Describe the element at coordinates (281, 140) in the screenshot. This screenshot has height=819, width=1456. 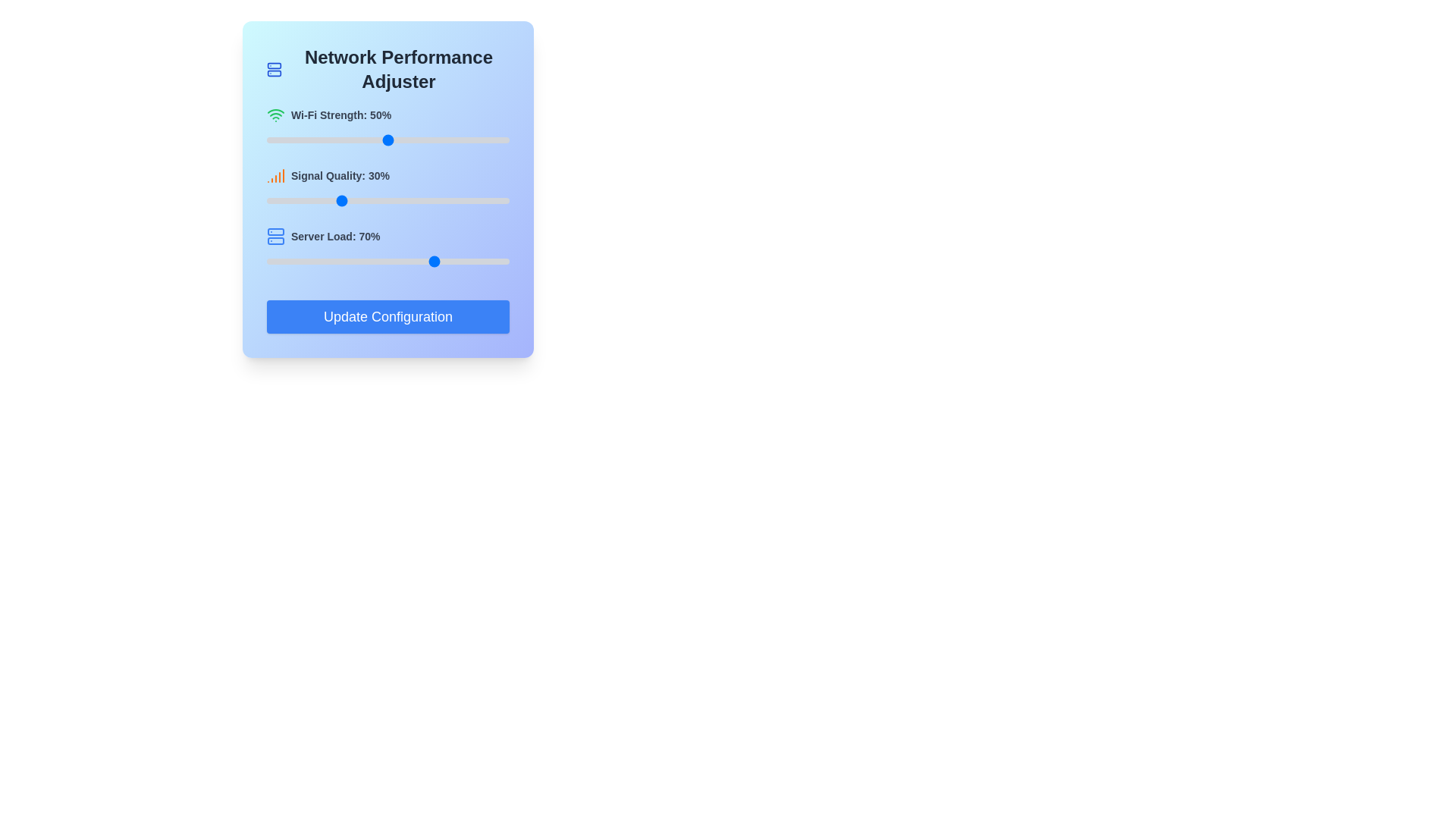
I see `Wi-Fi strength` at that location.